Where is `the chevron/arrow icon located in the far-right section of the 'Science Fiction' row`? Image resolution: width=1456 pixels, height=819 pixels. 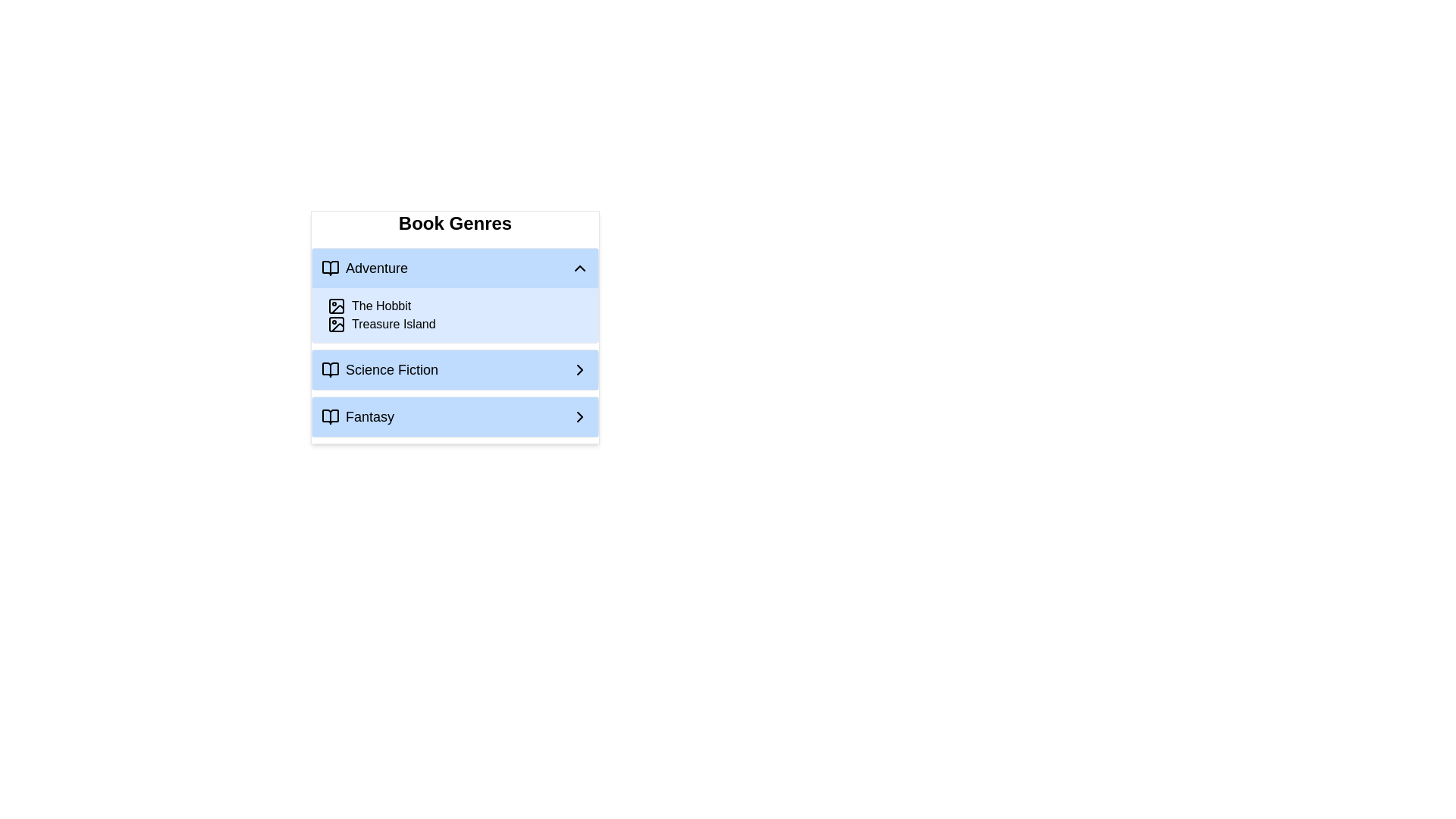 the chevron/arrow icon located in the far-right section of the 'Science Fiction' row is located at coordinates (579, 370).